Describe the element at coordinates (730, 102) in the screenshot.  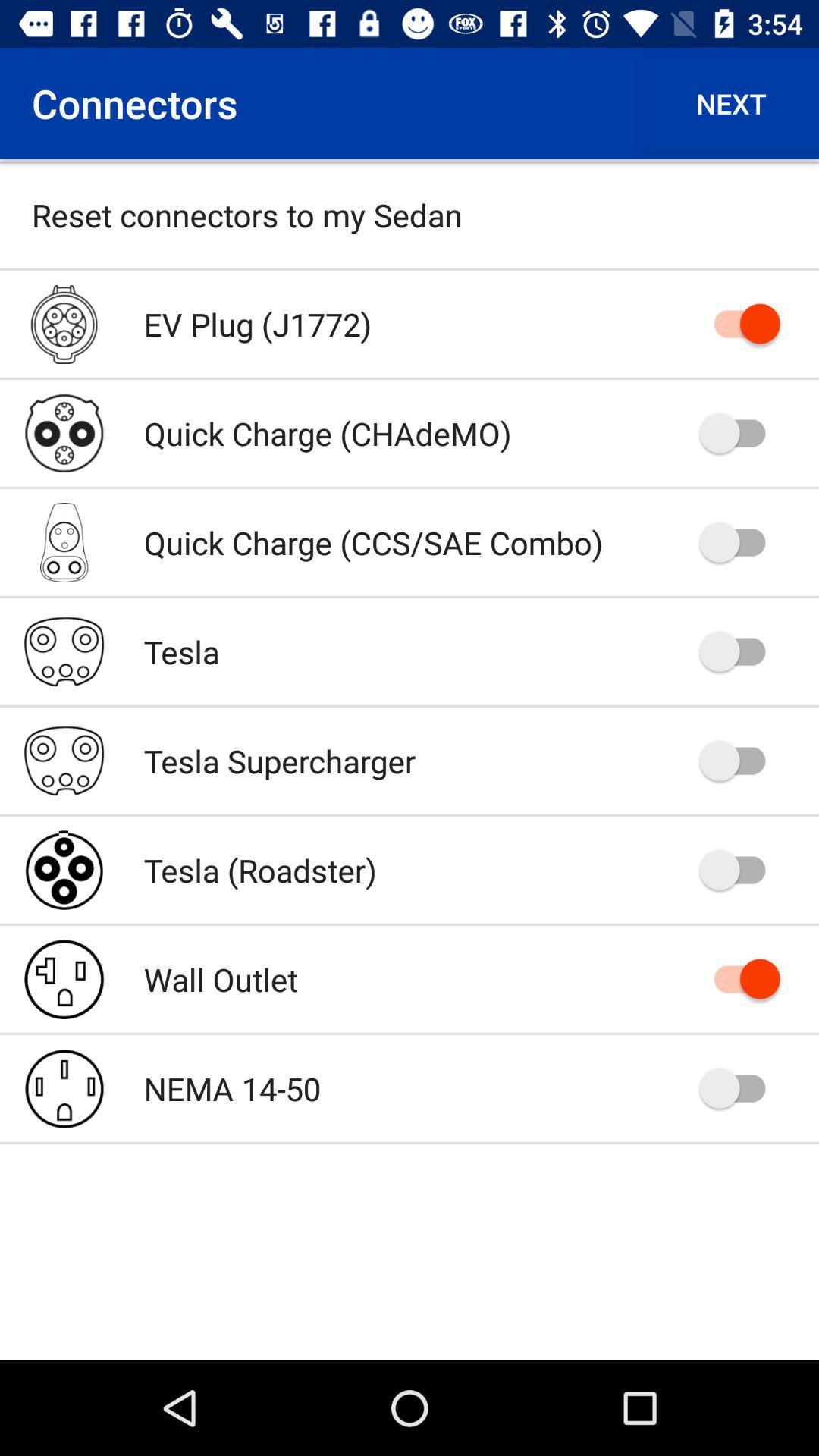
I see `next icon` at that location.